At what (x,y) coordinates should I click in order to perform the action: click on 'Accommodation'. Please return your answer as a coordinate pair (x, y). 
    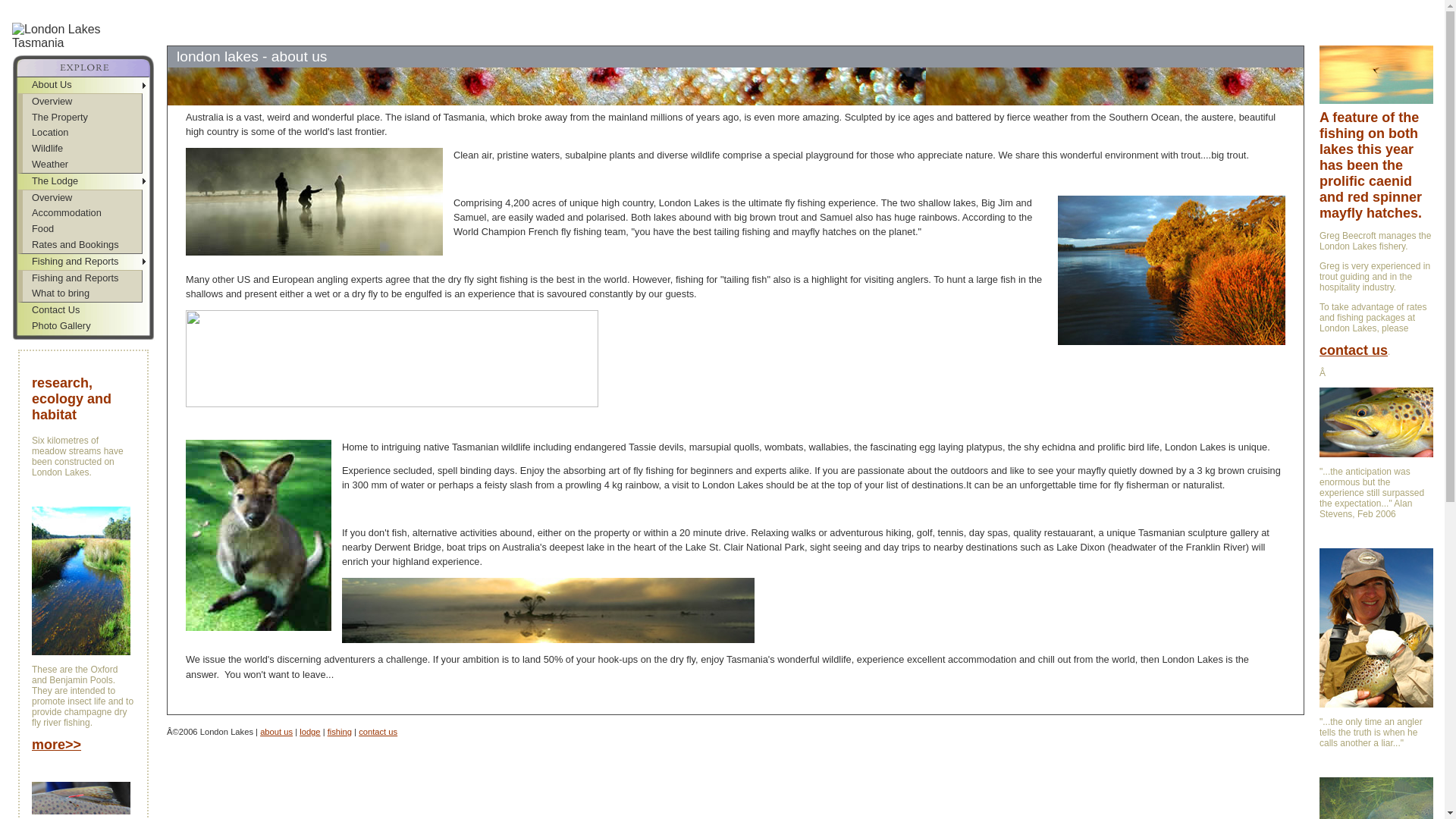
    Looking at the image, I should click on (81, 213).